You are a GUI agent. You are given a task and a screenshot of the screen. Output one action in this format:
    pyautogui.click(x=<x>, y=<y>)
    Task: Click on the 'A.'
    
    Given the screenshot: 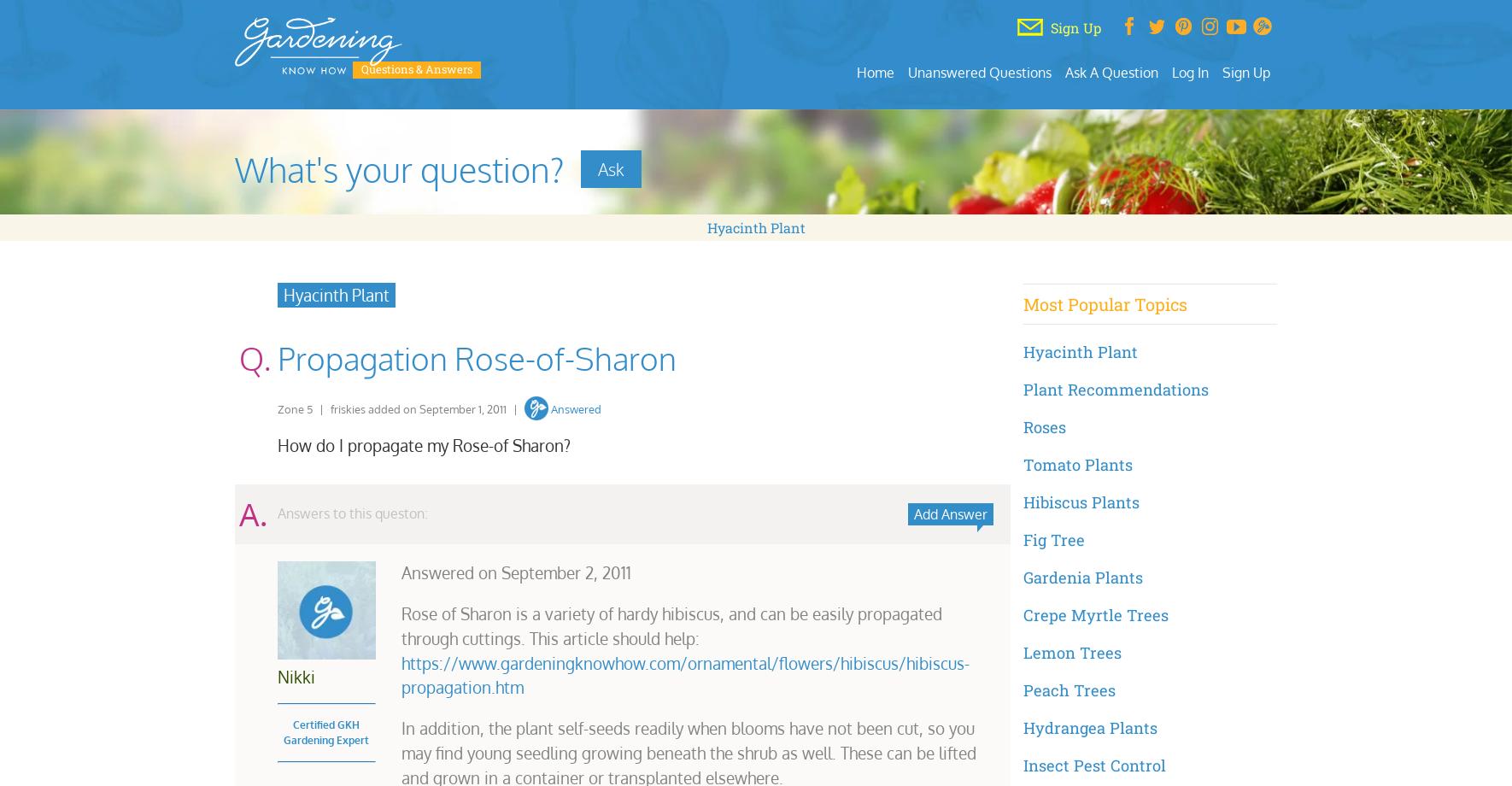 What is the action you would take?
    pyautogui.click(x=252, y=512)
    